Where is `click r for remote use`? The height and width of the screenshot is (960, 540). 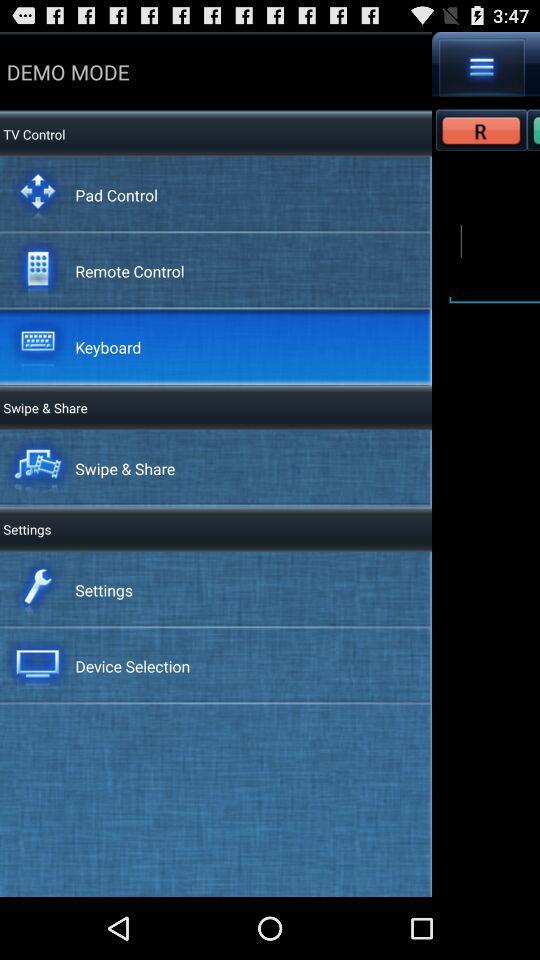 click r for remote use is located at coordinates (480, 128).